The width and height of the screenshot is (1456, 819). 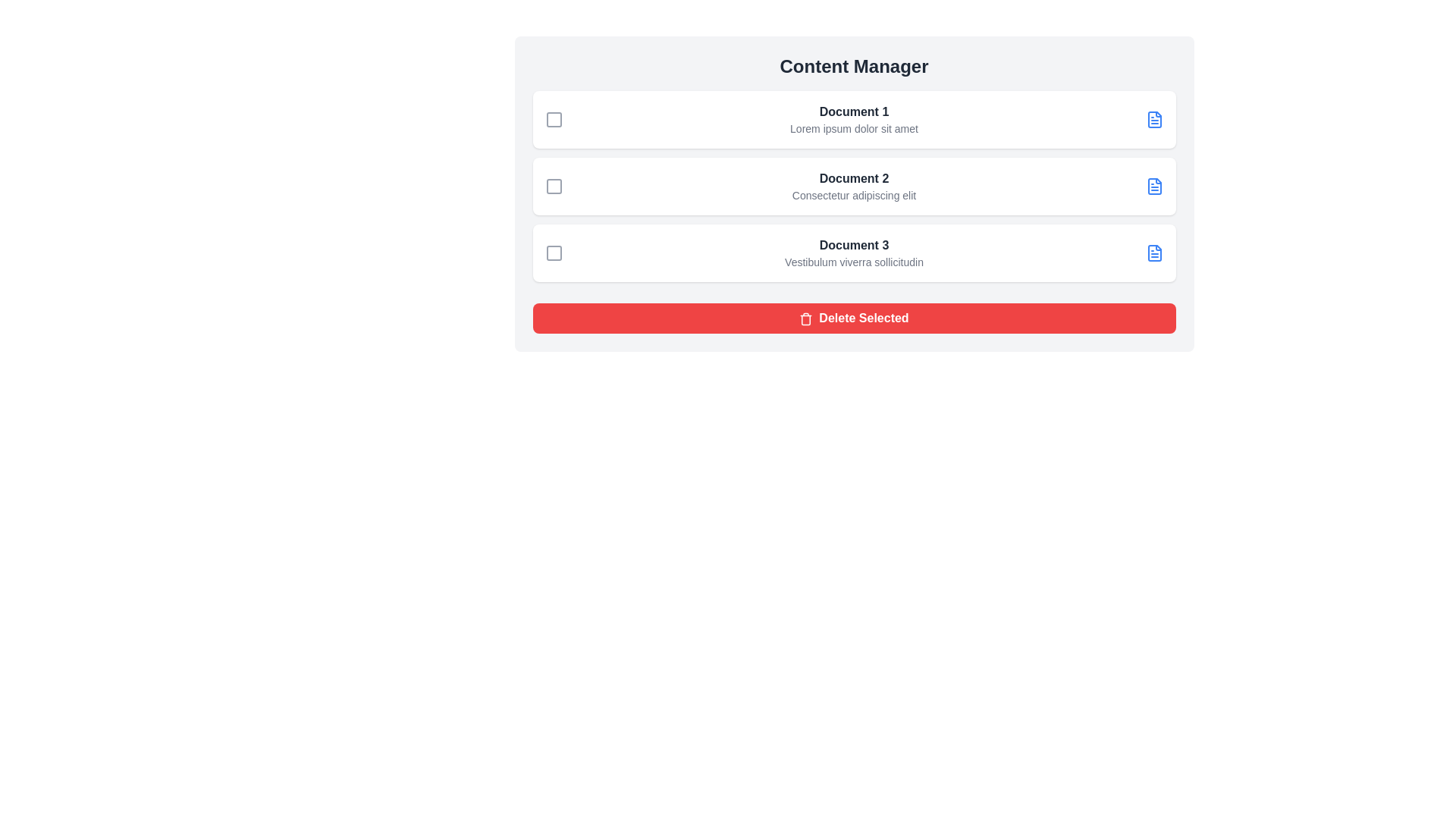 I want to click on the document icon for Document 3, so click(x=1153, y=253).